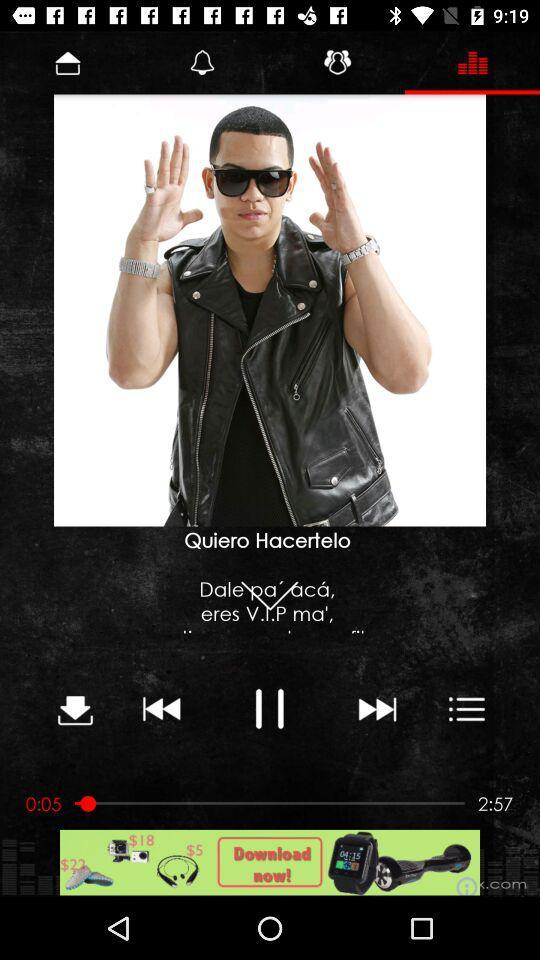 Image resolution: width=540 pixels, height=960 pixels. Describe the element at coordinates (161, 708) in the screenshot. I see `the av_rewind icon` at that location.